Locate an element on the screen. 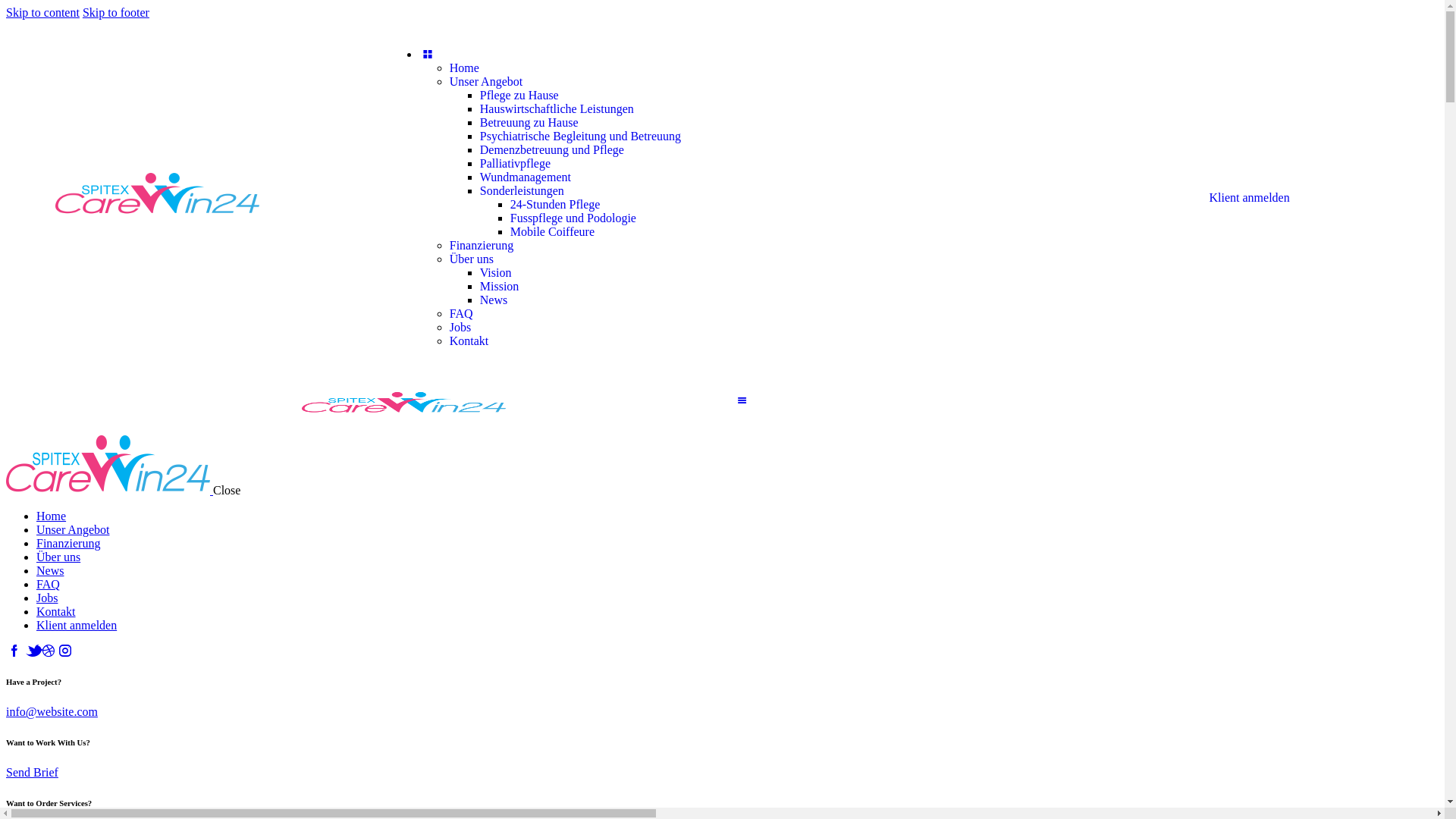 This screenshot has width=1456, height=819. 'Send Brief' is located at coordinates (32, 772).